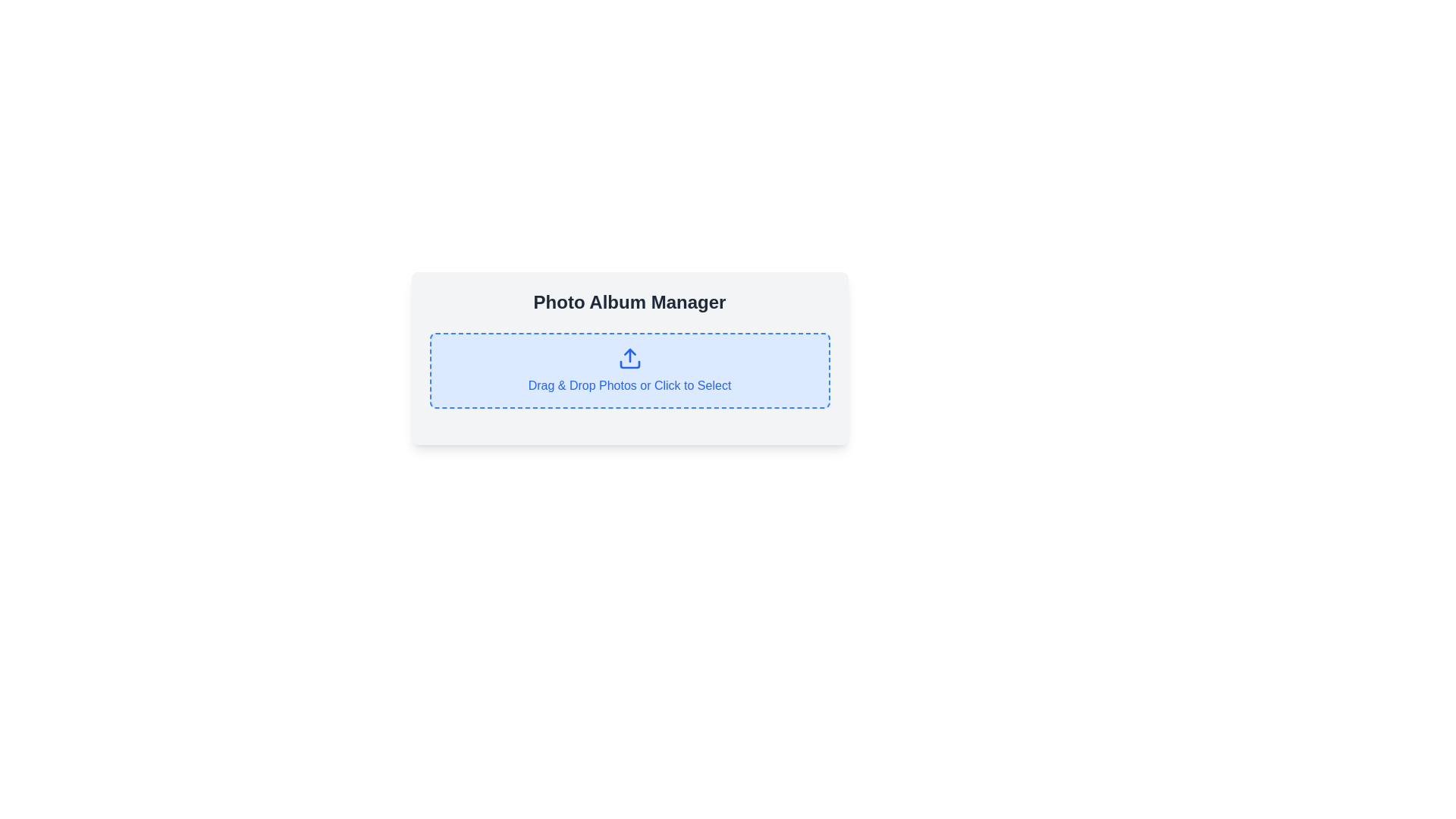 This screenshot has height=819, width=1456. I want to click on the clickable UI instruction area that features the text 'Drag & Drop Photos or Click to Select' and a blue upload icon, so click(629, 371).